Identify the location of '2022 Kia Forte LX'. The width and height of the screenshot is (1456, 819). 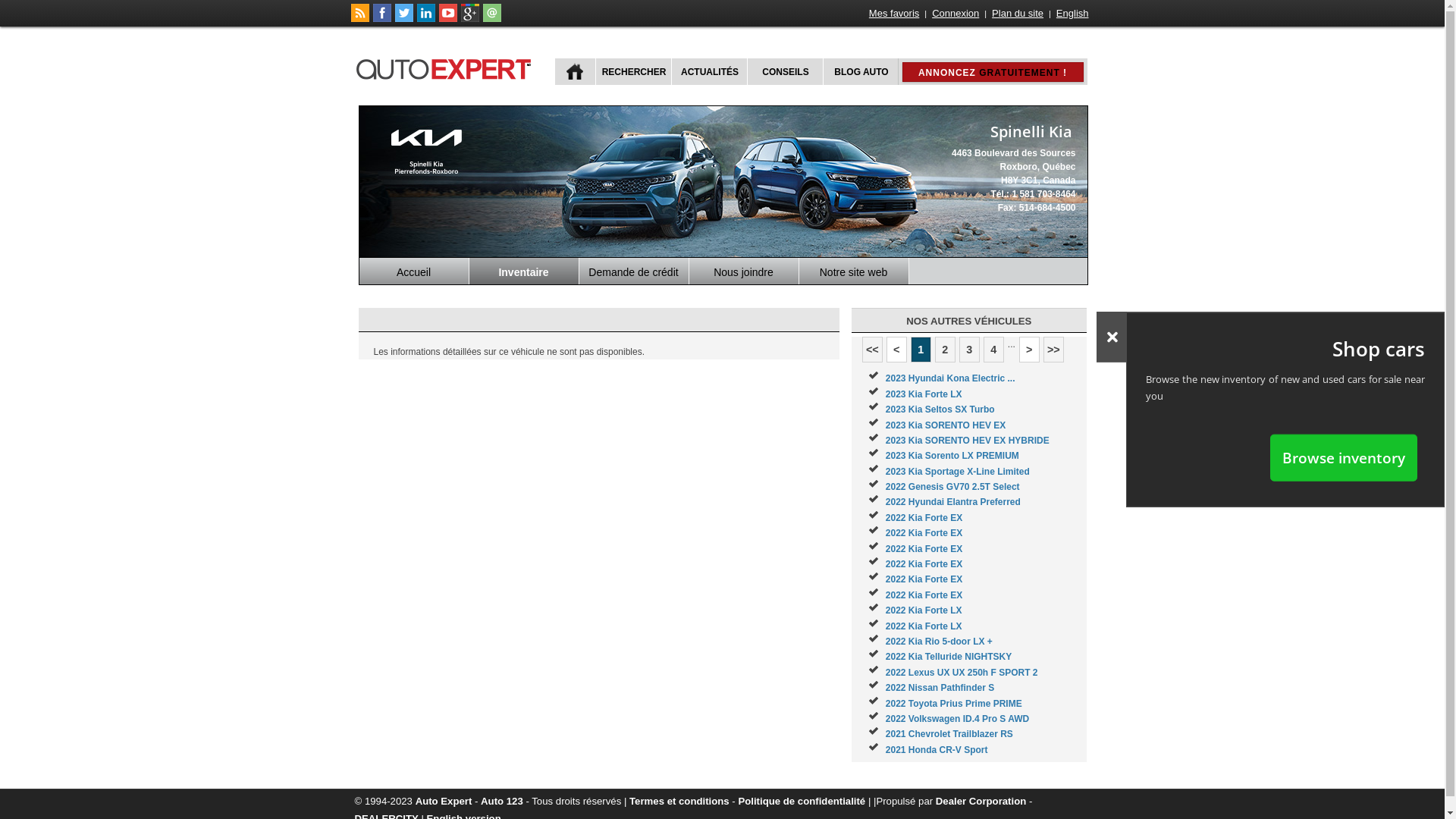
(923, 610).